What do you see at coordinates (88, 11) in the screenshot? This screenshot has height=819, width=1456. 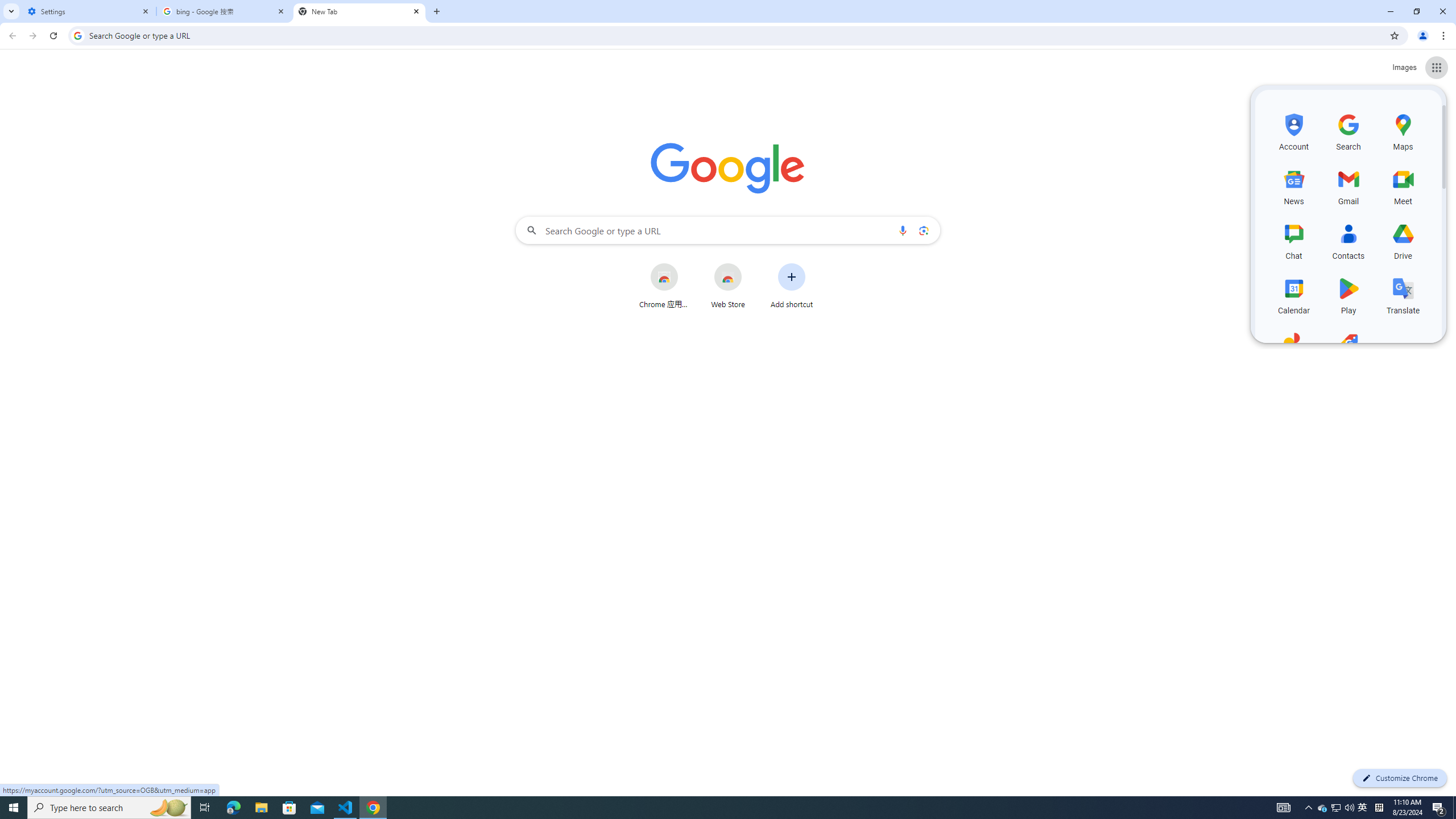 I see `'Settings'` at bounding box center [88, 11].